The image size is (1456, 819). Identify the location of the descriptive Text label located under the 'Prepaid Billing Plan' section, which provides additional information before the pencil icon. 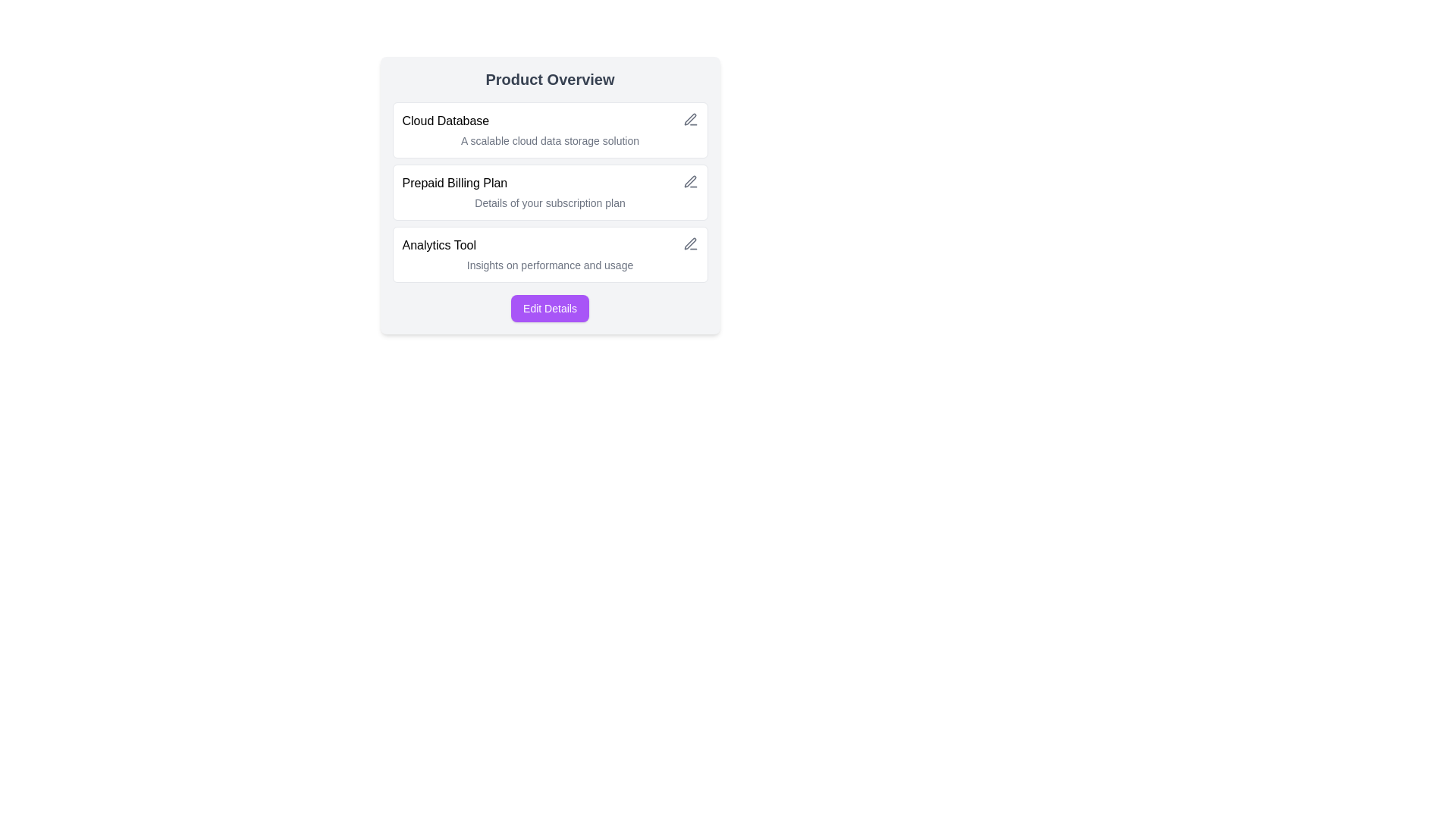
(549, 202).